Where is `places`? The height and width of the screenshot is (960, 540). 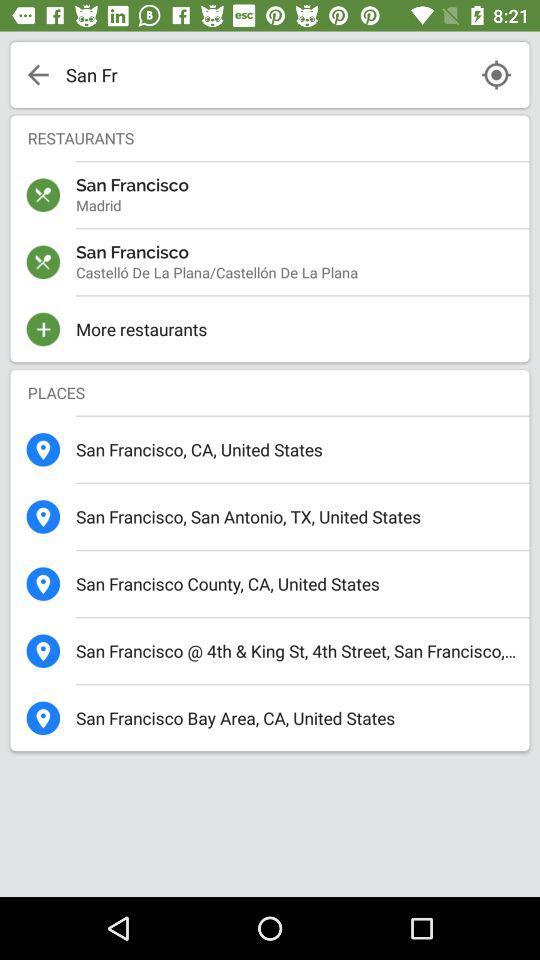 places is located at coordinates (270, 391).